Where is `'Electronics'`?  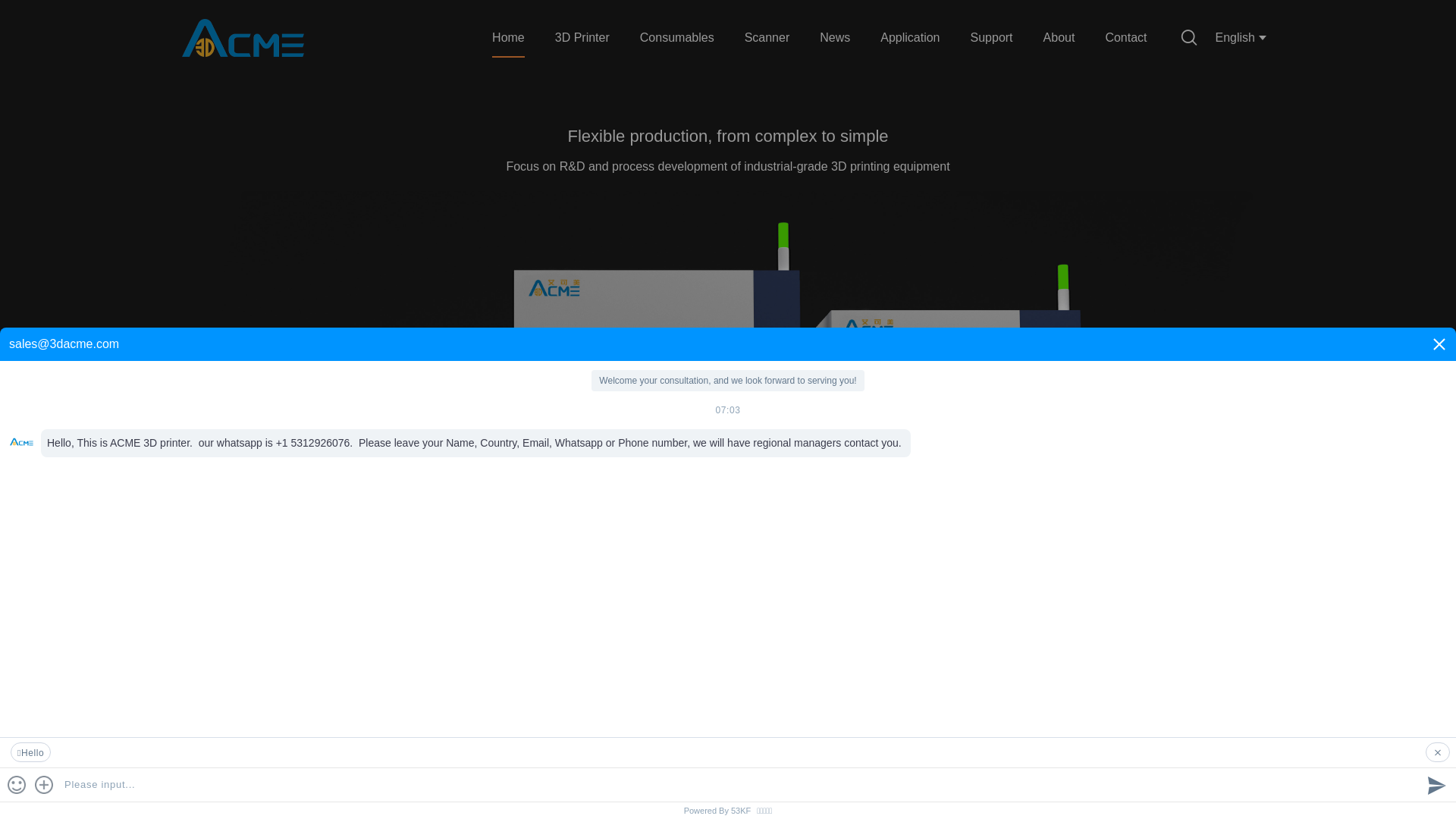
'Electronics' is located at coordinates (249, 780).